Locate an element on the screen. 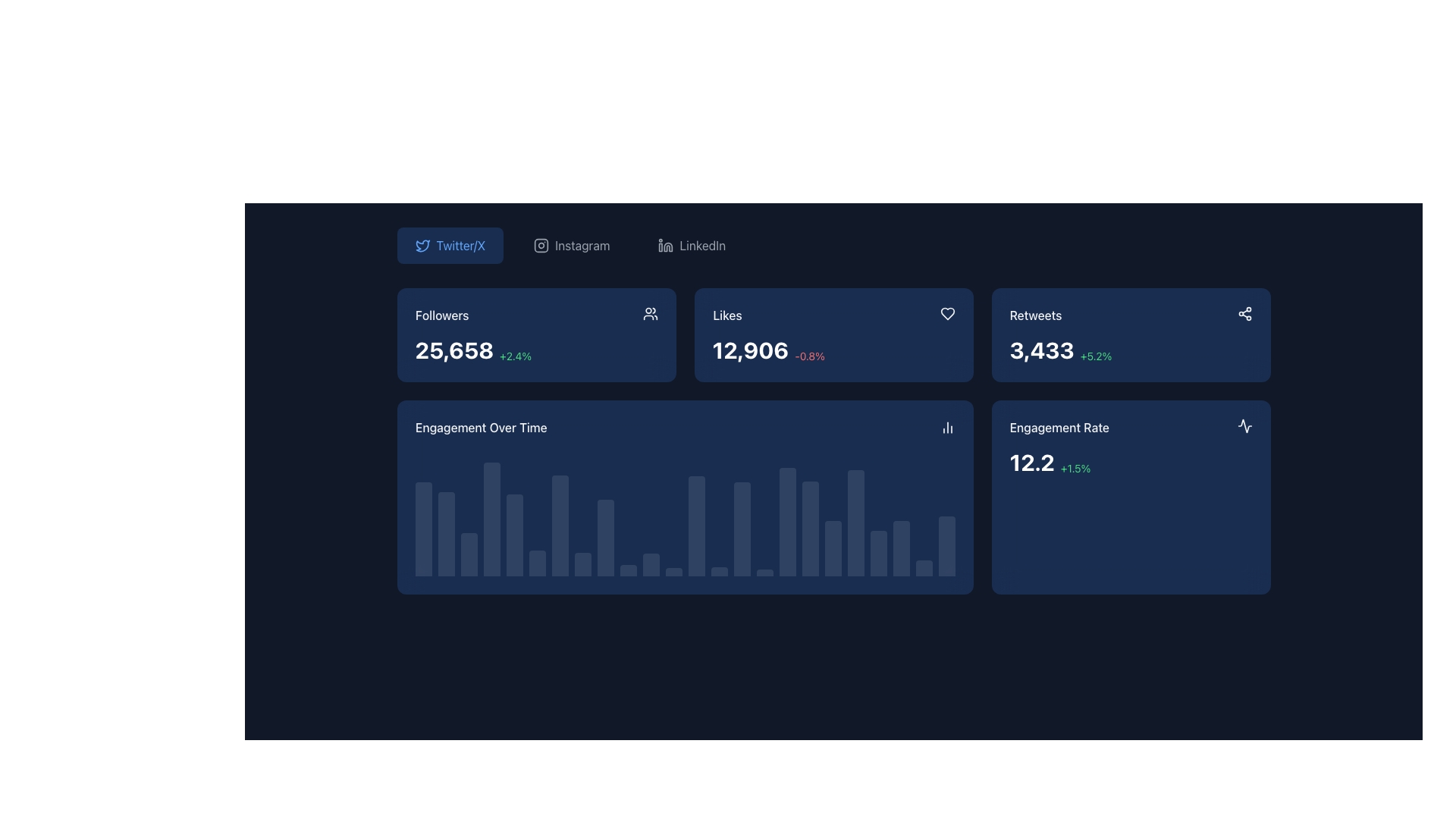  the Twitter/X icon located on the left side of the rectangular button labeled 'Twitter/X' in the upper section of the interface is located at coordinates (422, 245).